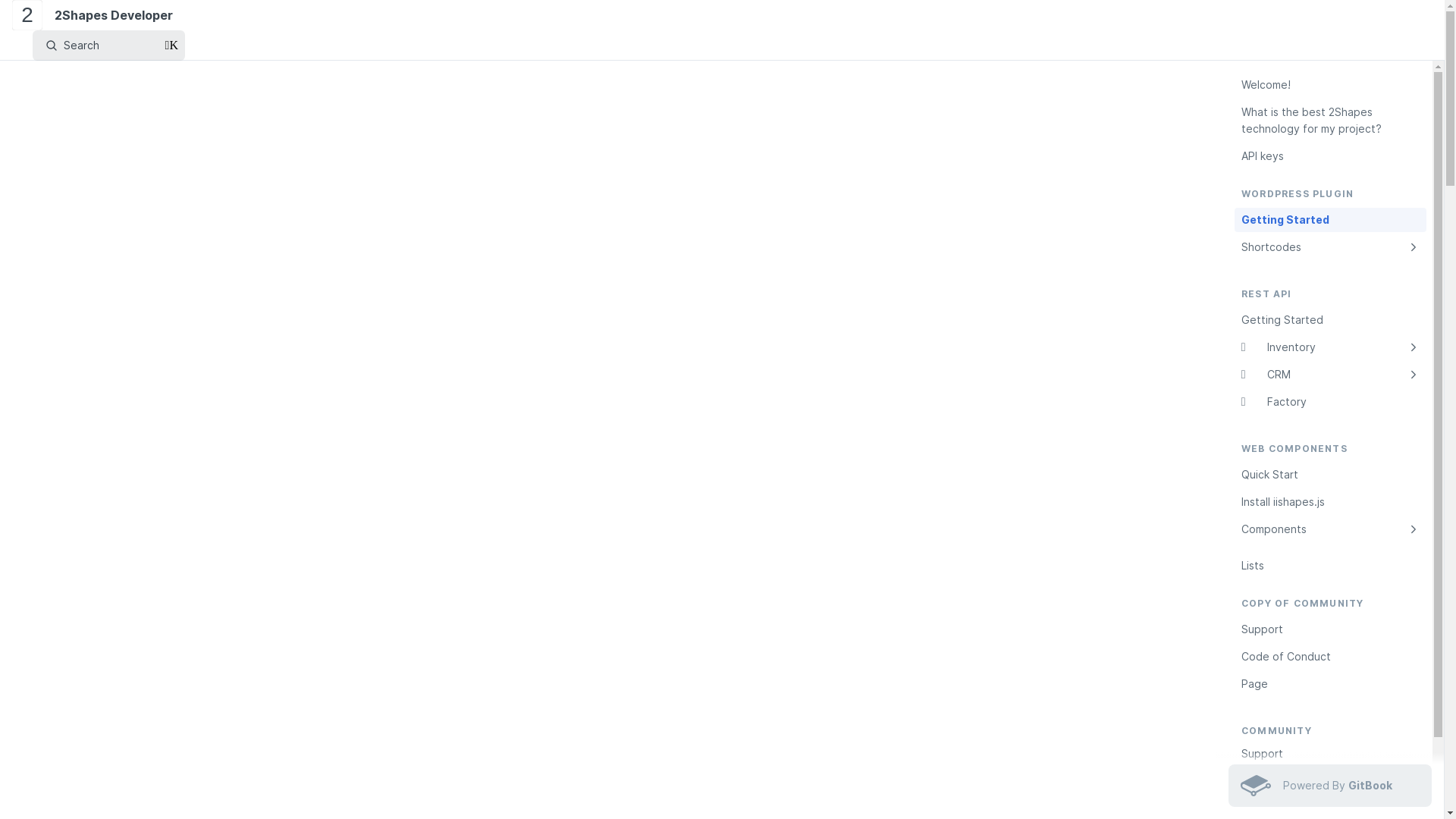 The height and width of the screenshot is (819, 1456). What do you see at coordinates (1329, 219) in the screenshot?
I see `'Getting Started'` at bounding box center [1329, 219].